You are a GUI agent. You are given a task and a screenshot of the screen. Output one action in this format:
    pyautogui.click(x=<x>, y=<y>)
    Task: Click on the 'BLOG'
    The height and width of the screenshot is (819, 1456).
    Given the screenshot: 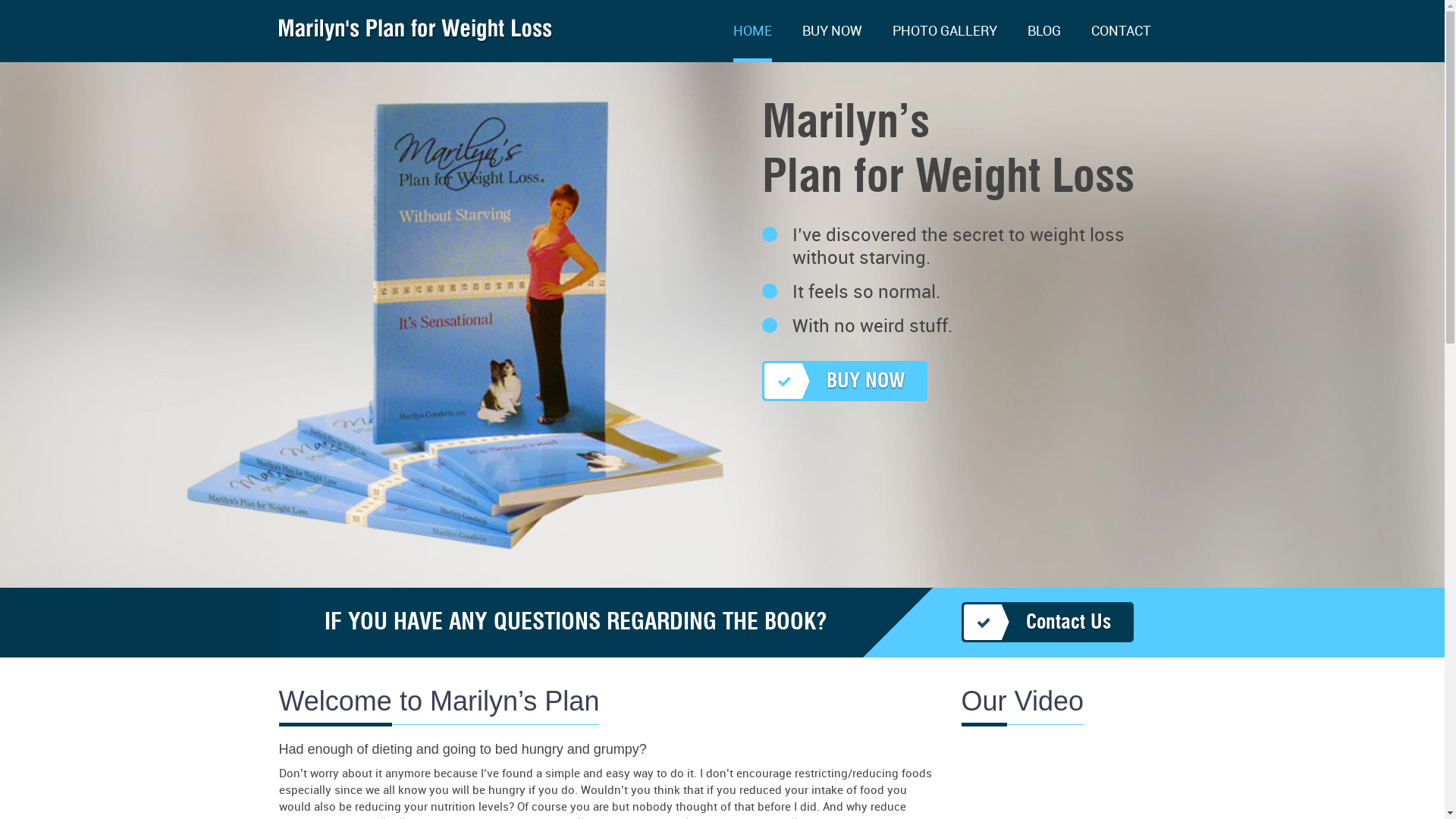 What is the action you would take?
    pyautogui.click(x=1043, y=42)
    